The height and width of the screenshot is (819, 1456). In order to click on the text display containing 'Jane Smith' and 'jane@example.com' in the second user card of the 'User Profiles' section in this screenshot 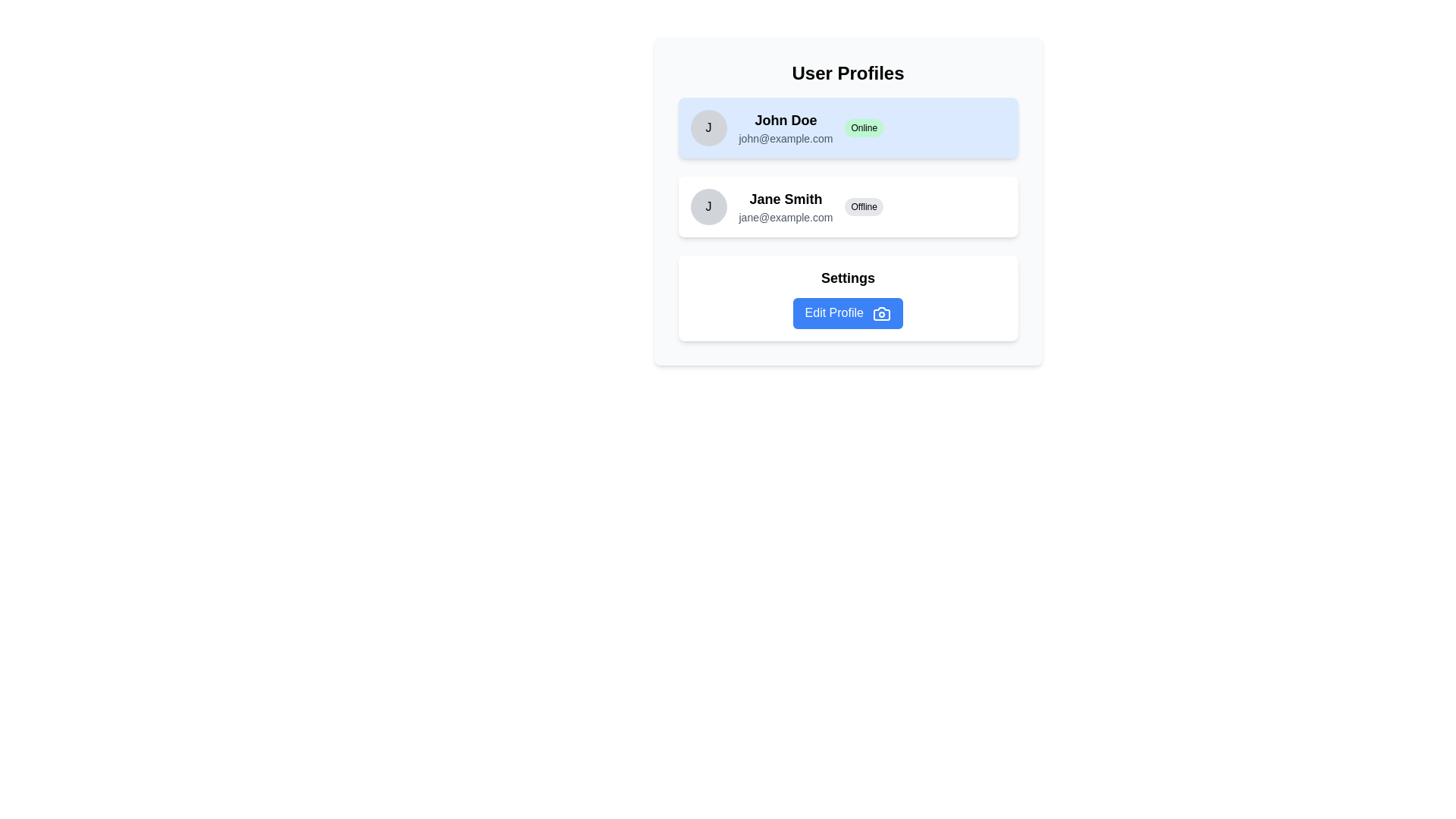, I will do `click(786, 207)`.